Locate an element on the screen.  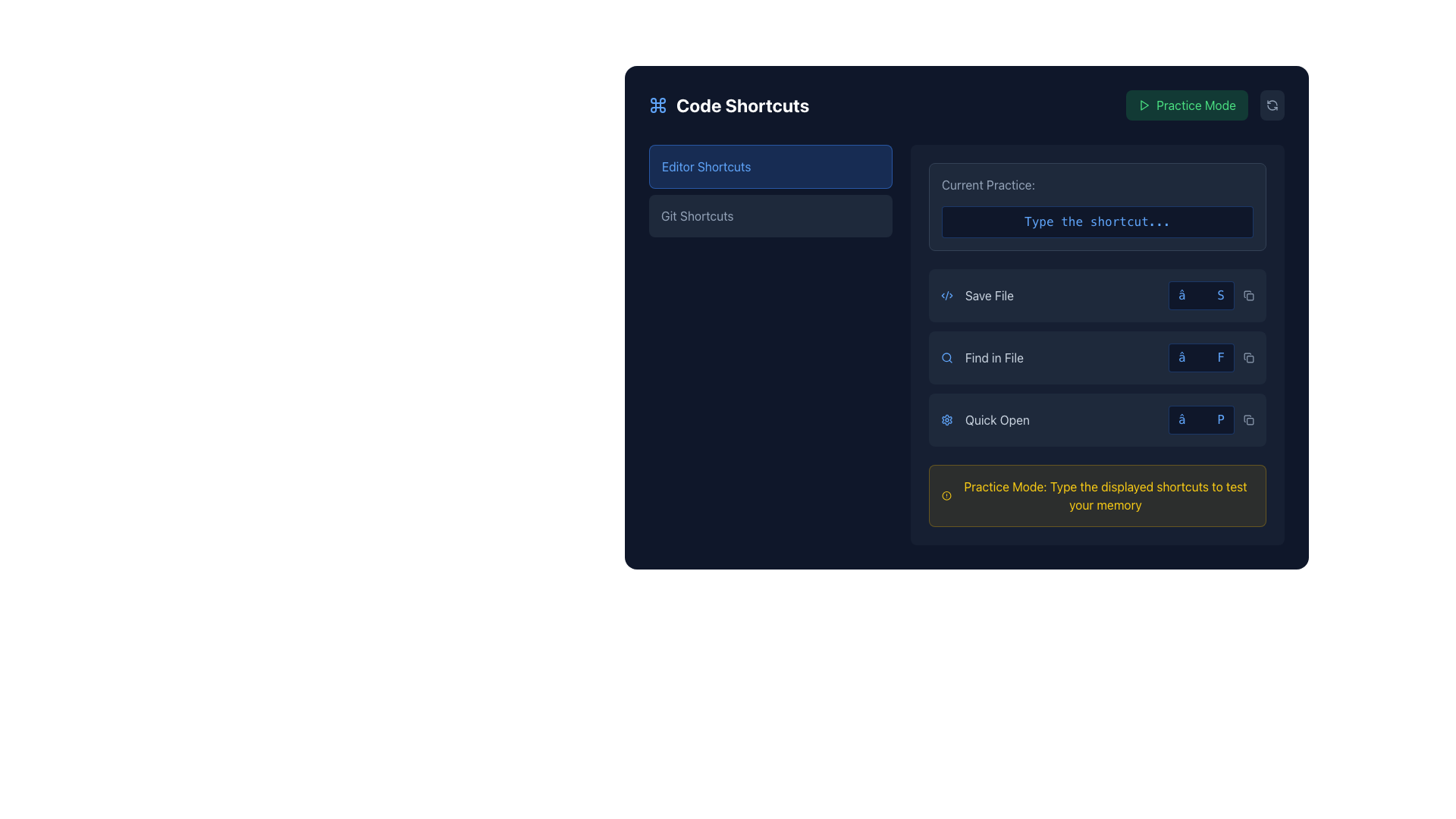
the Keyboard Shortcut Label that displays the symbol (⌘) and the letter (P) in a monospace font on a dark background, part of the third item in the vertical list under 'Quick Open' is located at coordinates (1210, 420).